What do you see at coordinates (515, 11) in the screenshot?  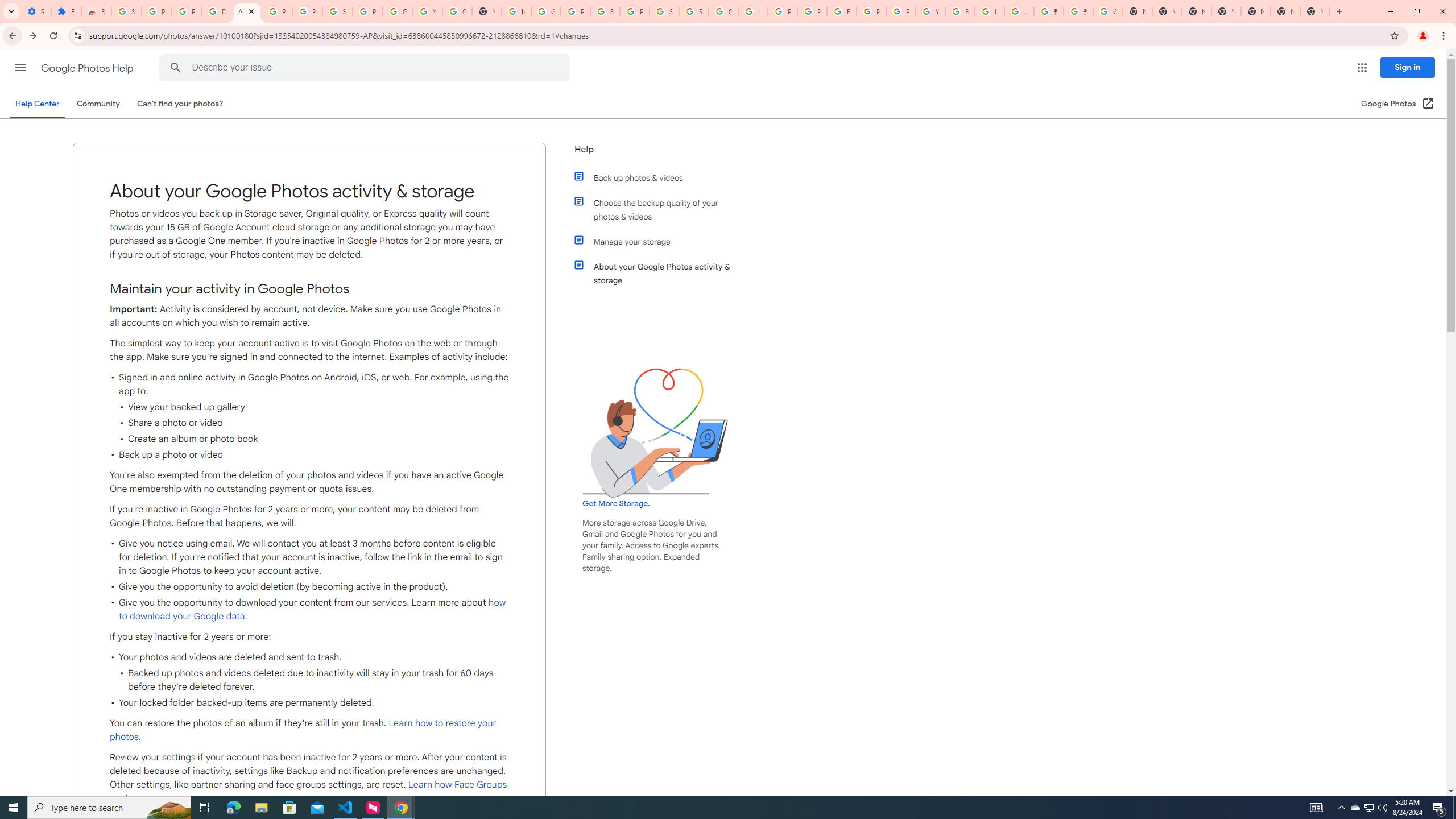 I see `'https://scholar.google.com/'` at bounding box center [515, 11].